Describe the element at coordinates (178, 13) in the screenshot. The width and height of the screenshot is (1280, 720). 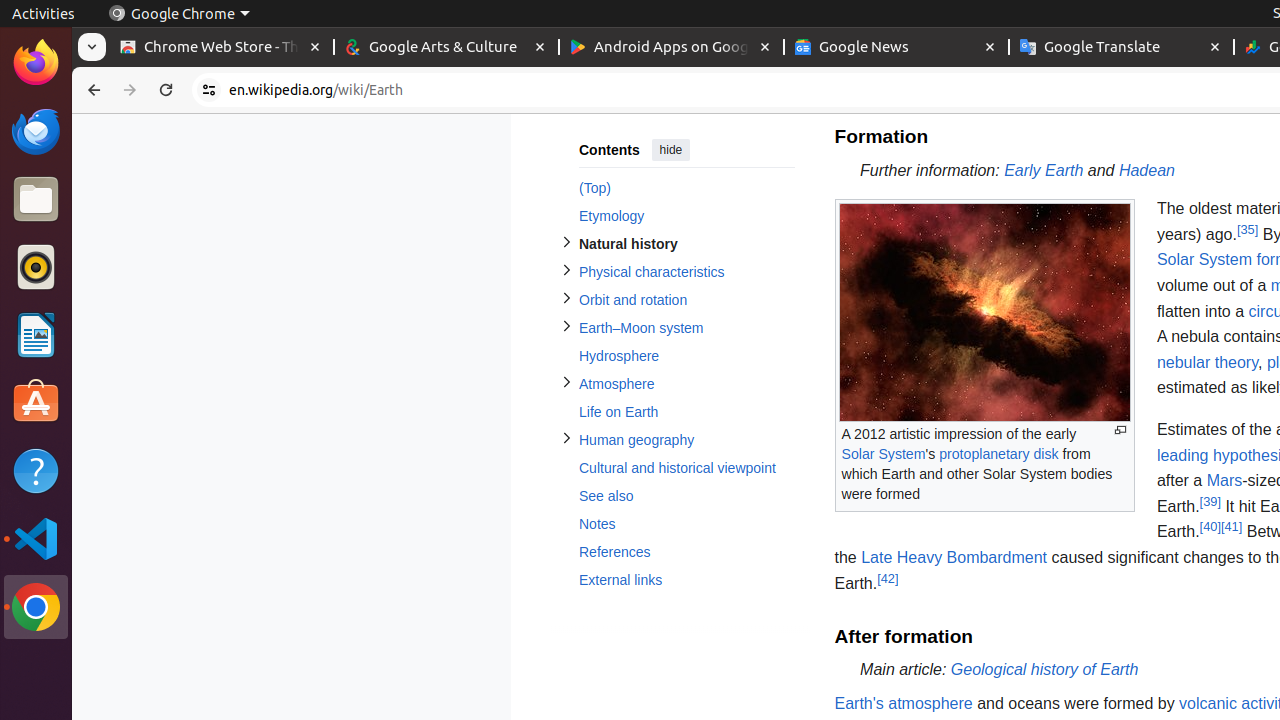
I see `'Google Chrome'` at that location.